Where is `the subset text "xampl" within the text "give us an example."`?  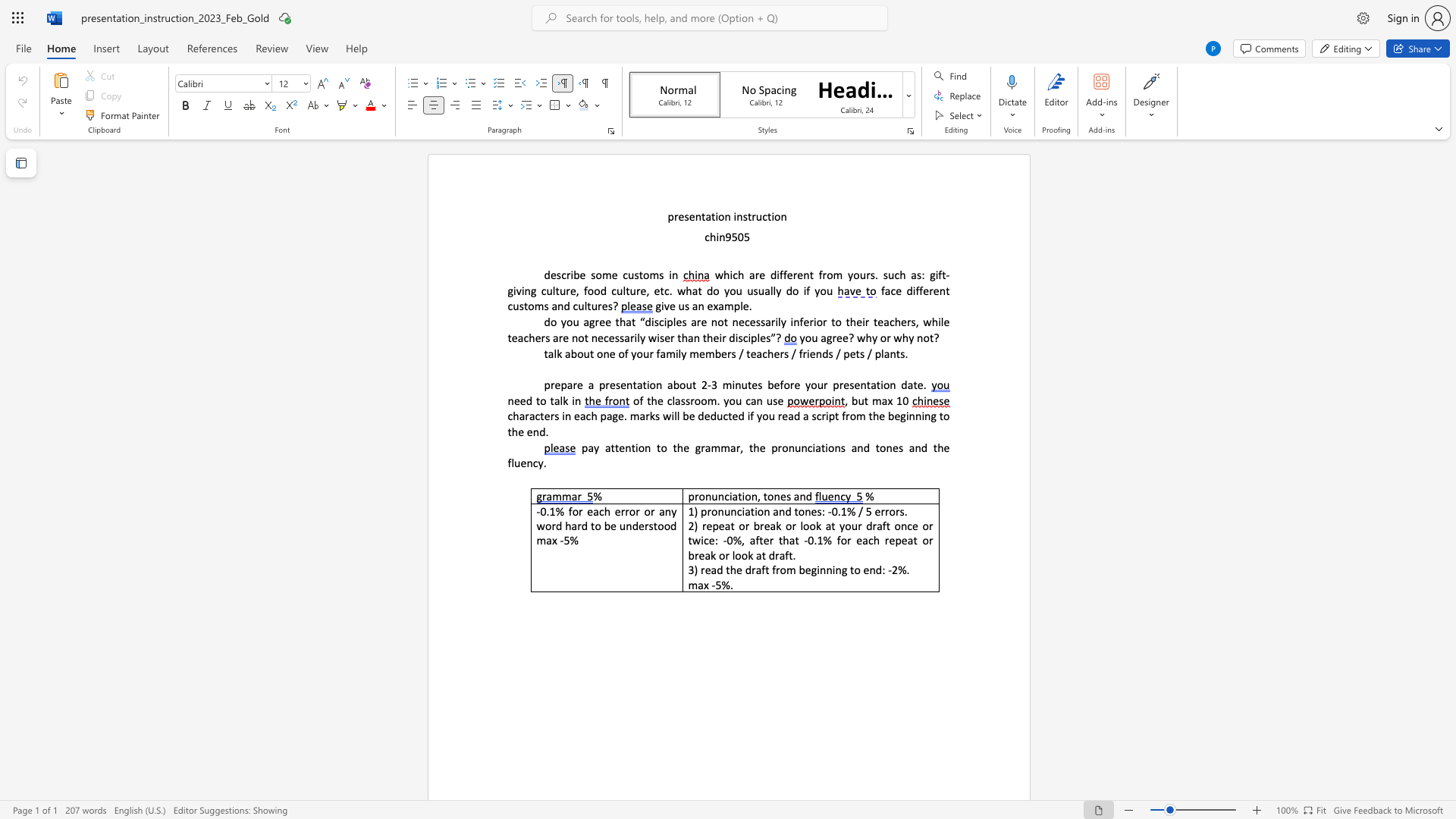 the subset text "xampl" within the text "give us an example." is located at coordinates (712, 306).